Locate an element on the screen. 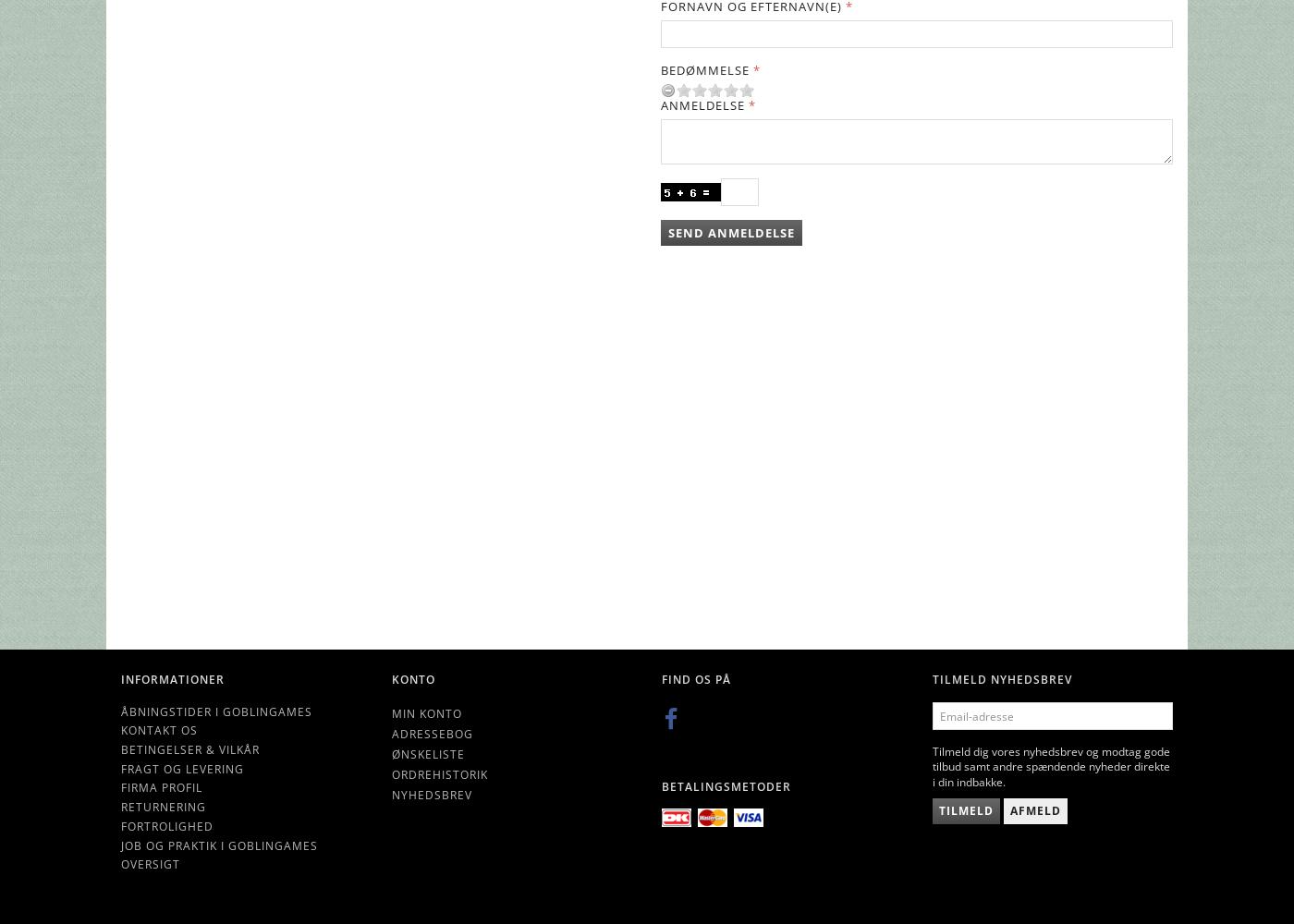 Image resolution: width=1294 pixels, height=924 pixels. 'Konto' is located at coordinates (412, 677).